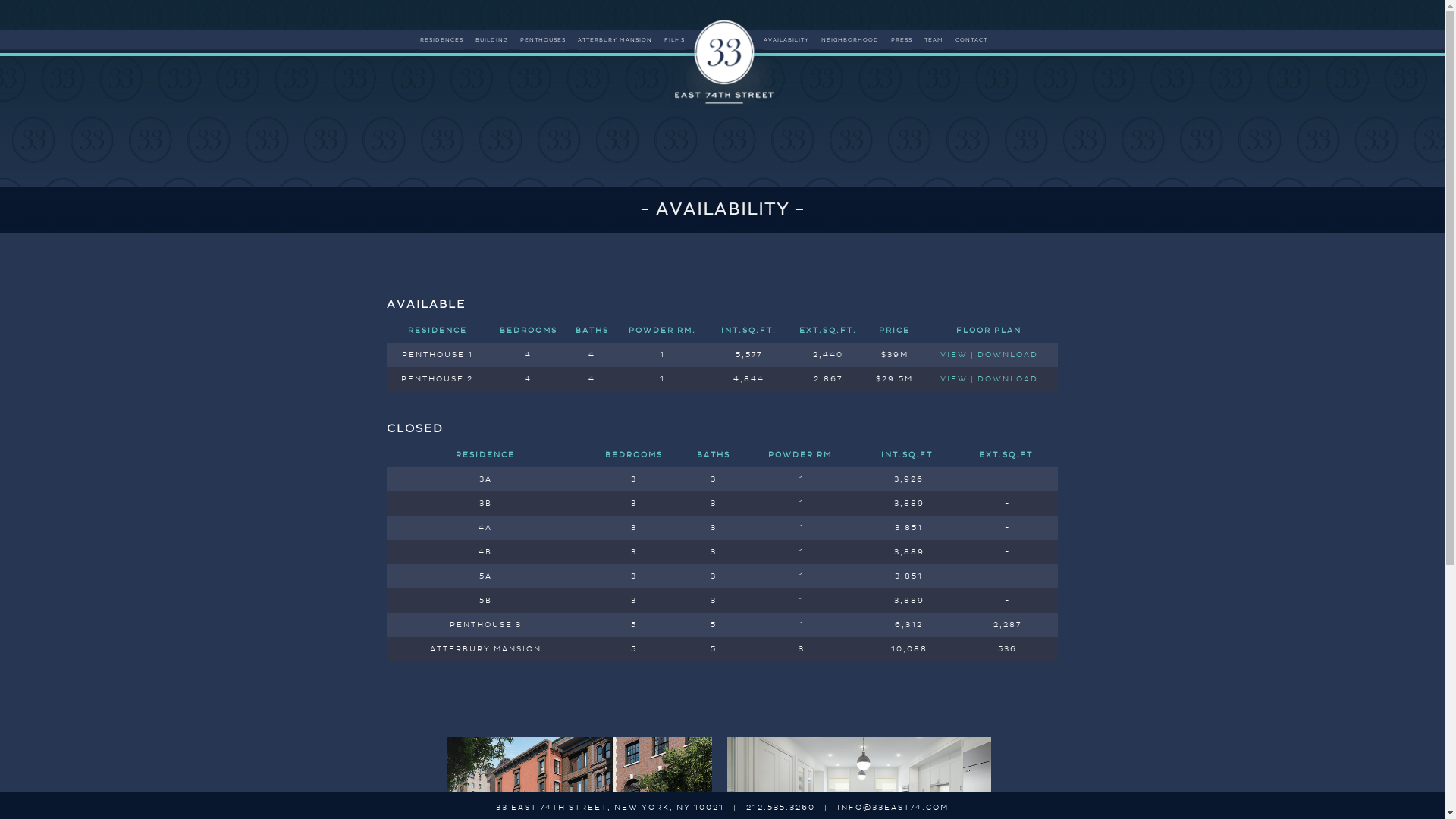  Describe the element at coordinates (1008, 378) in the screenshot. I see `'DOWNLOAD'` at that location.